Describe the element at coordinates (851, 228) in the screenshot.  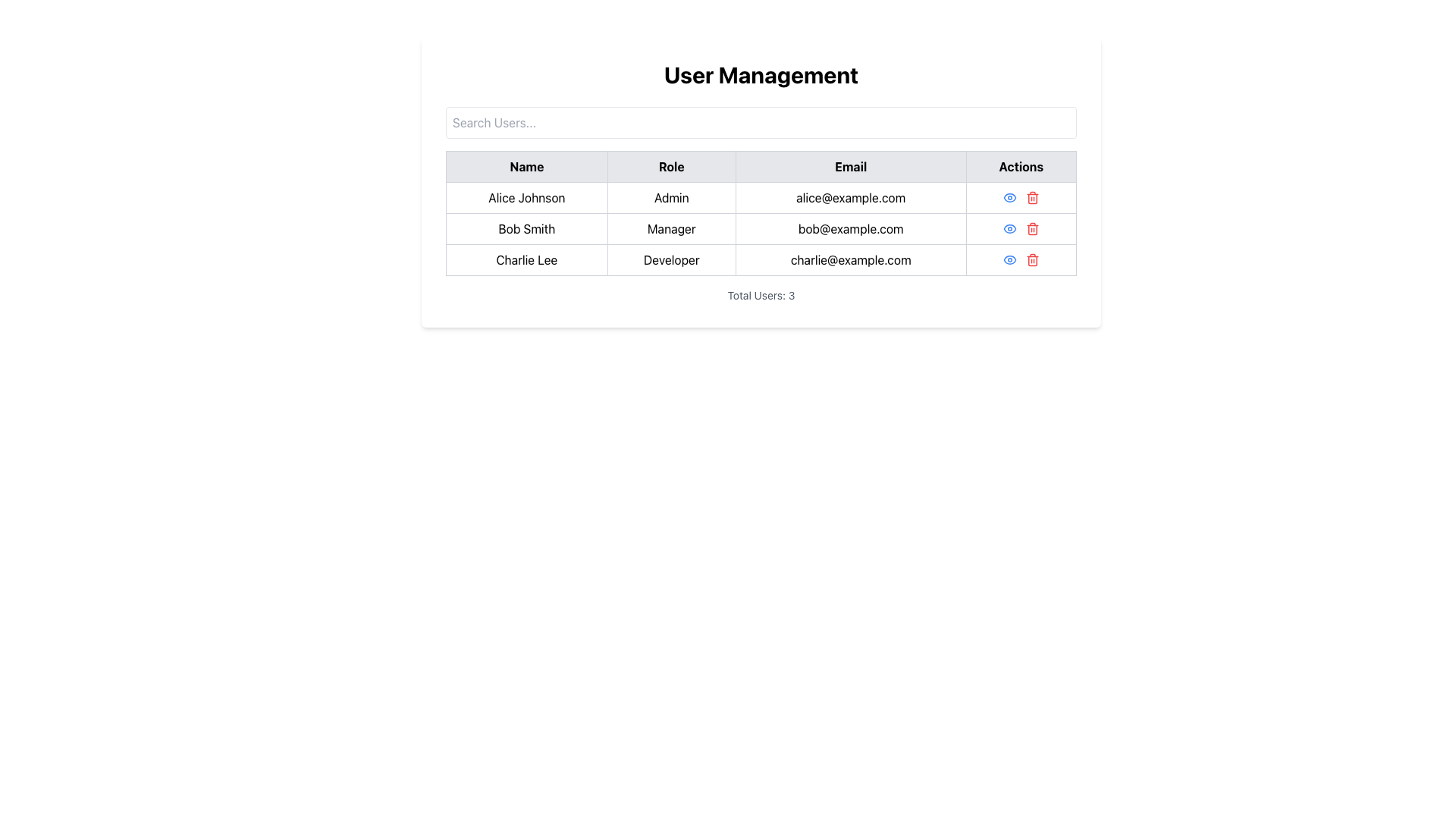
I see `text content of the email address displayed in the second row under the 'Email' column, specifically the text label showing 'bob@example.com'` at that location.